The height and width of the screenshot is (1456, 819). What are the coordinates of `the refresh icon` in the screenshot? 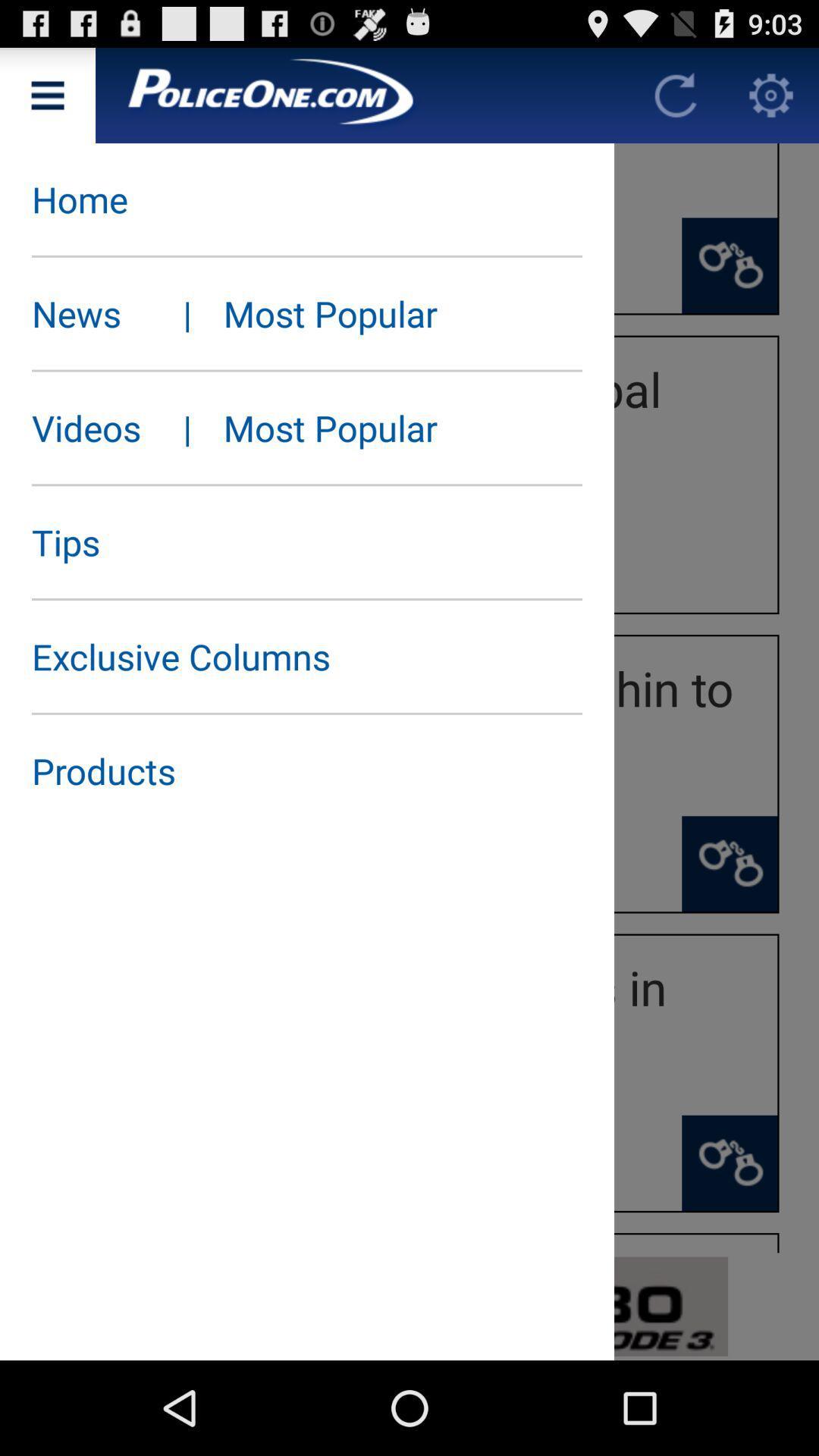 It's located at (675, 101).